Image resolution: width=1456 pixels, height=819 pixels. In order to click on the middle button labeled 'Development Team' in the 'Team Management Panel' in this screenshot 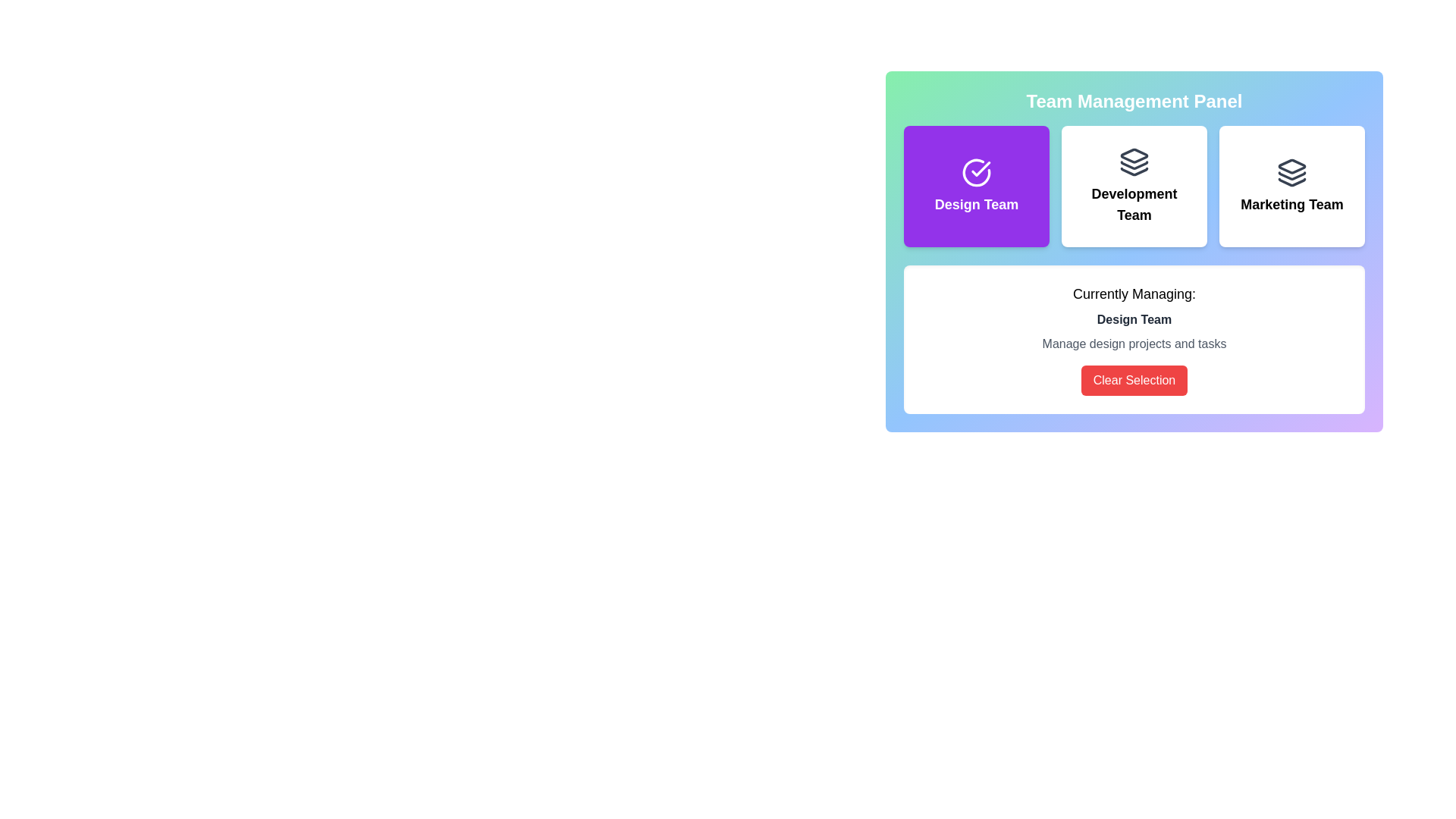, I will do `click(1134, 186)`.